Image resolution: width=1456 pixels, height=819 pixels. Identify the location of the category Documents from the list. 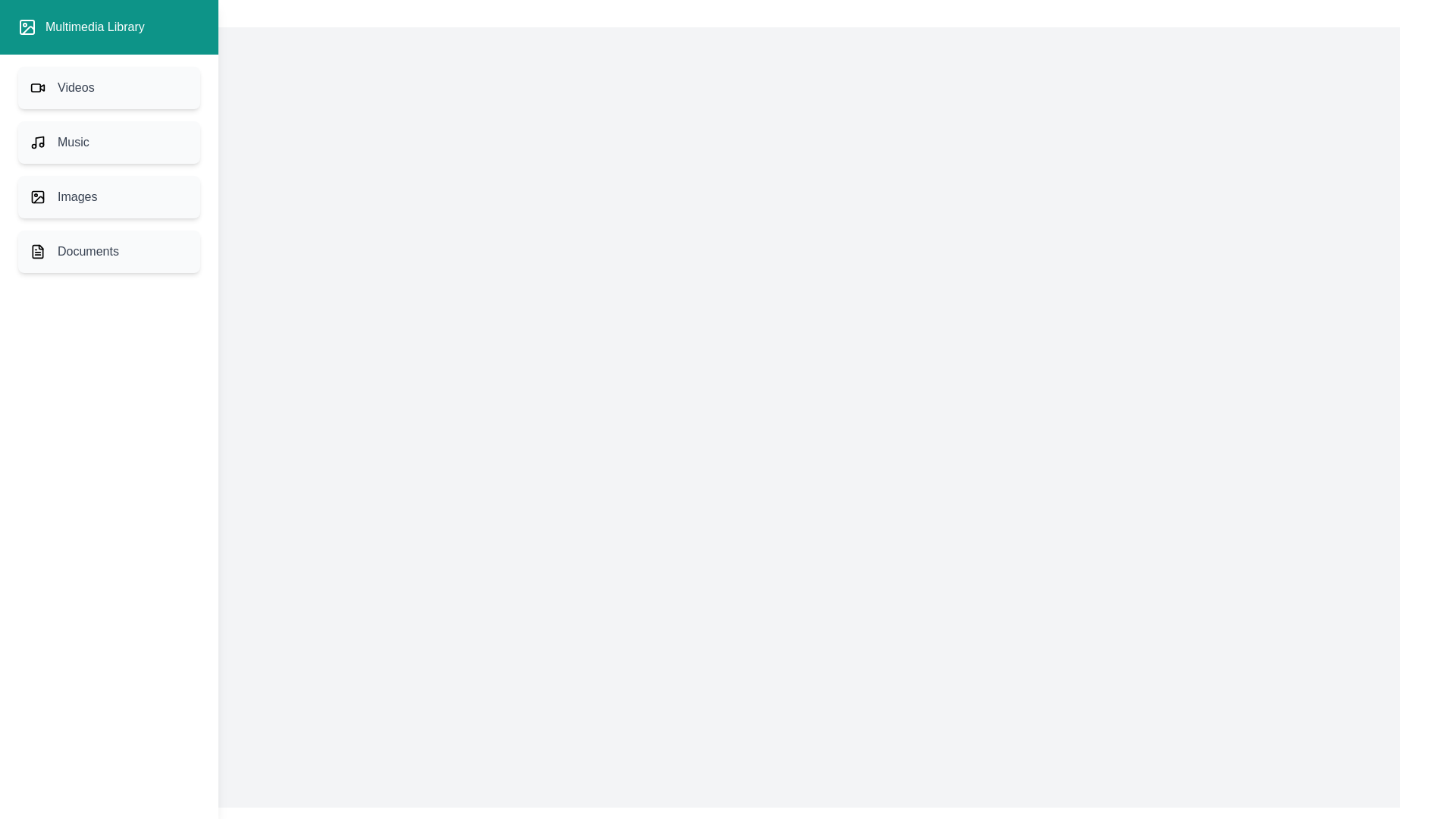
(108, 250).